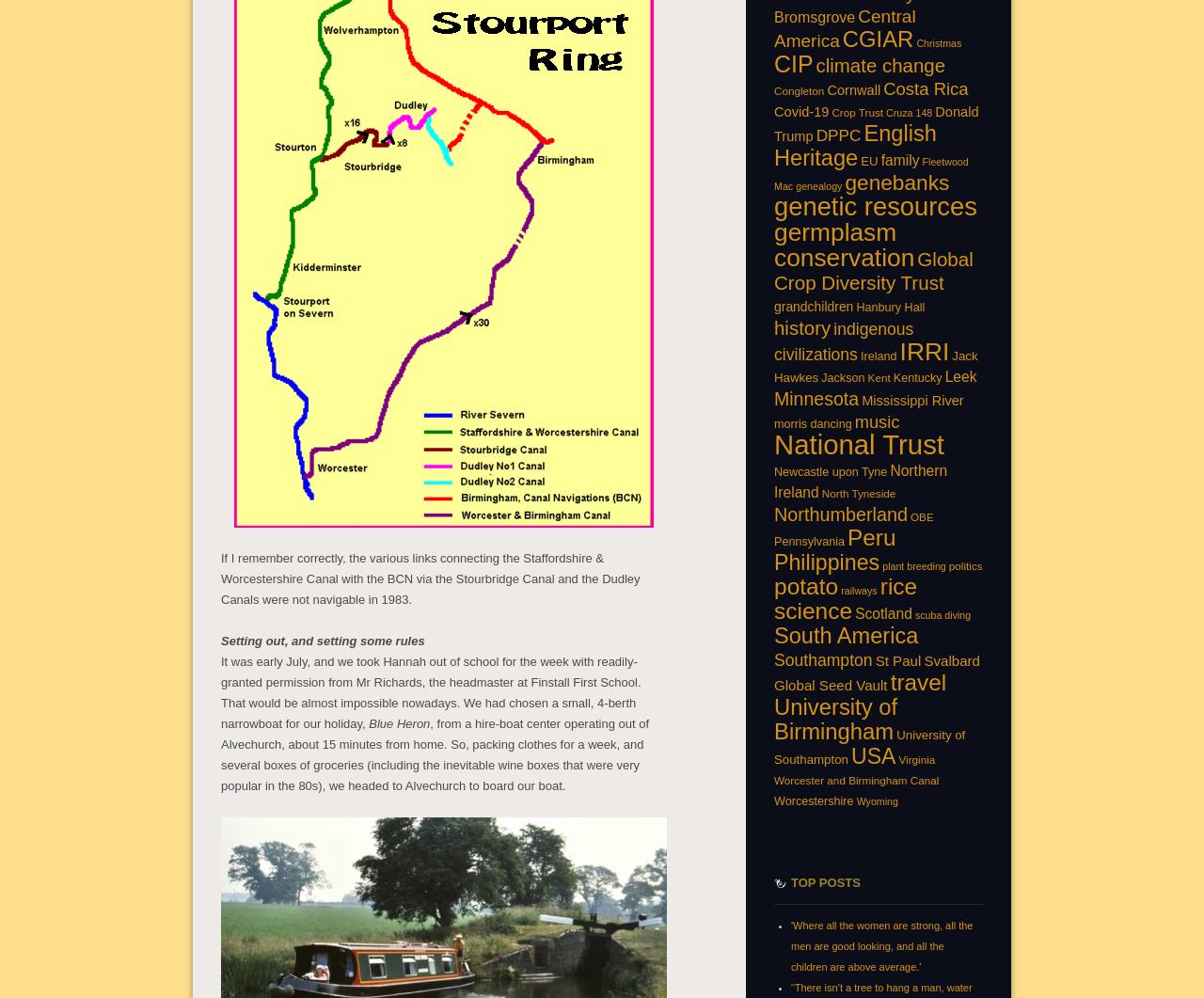  What do you see at coordinates (872, 754) in the screenshot?
I see `'USA'` at bounding box center [872, 754].